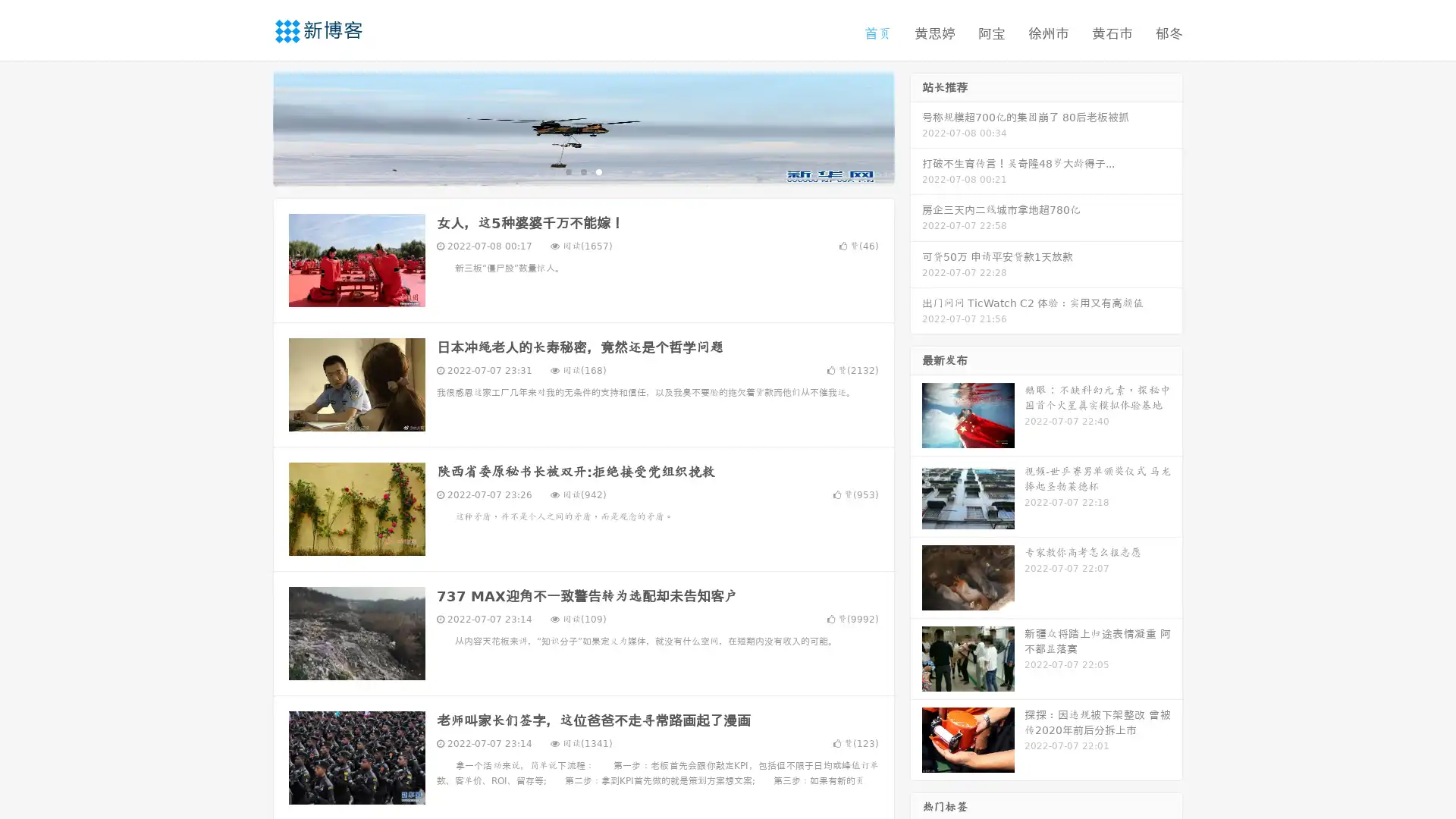  Describe the element at coordinates (598, 171) in the screenshot. I see `Go to slide 3` at that location.